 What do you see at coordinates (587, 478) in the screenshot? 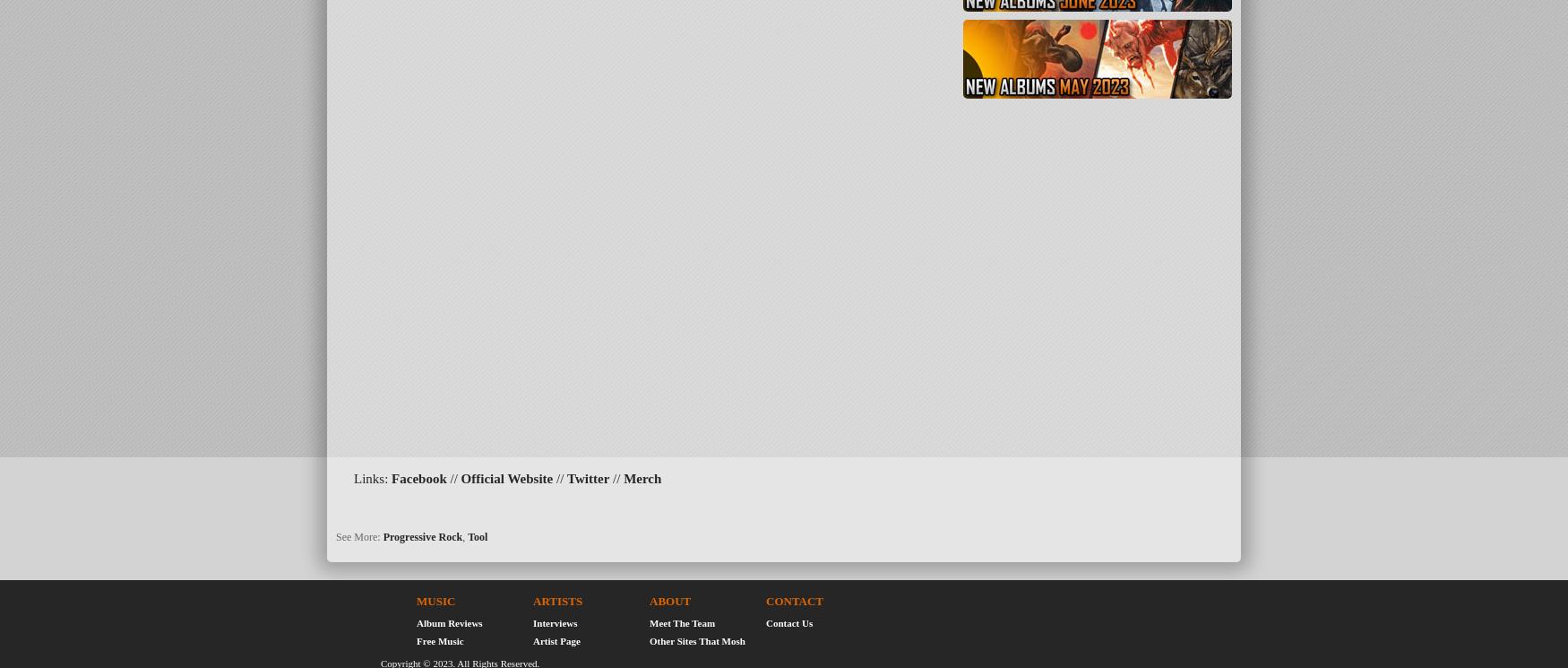
I see `'Twitter'` at bounding box center [587, 478].